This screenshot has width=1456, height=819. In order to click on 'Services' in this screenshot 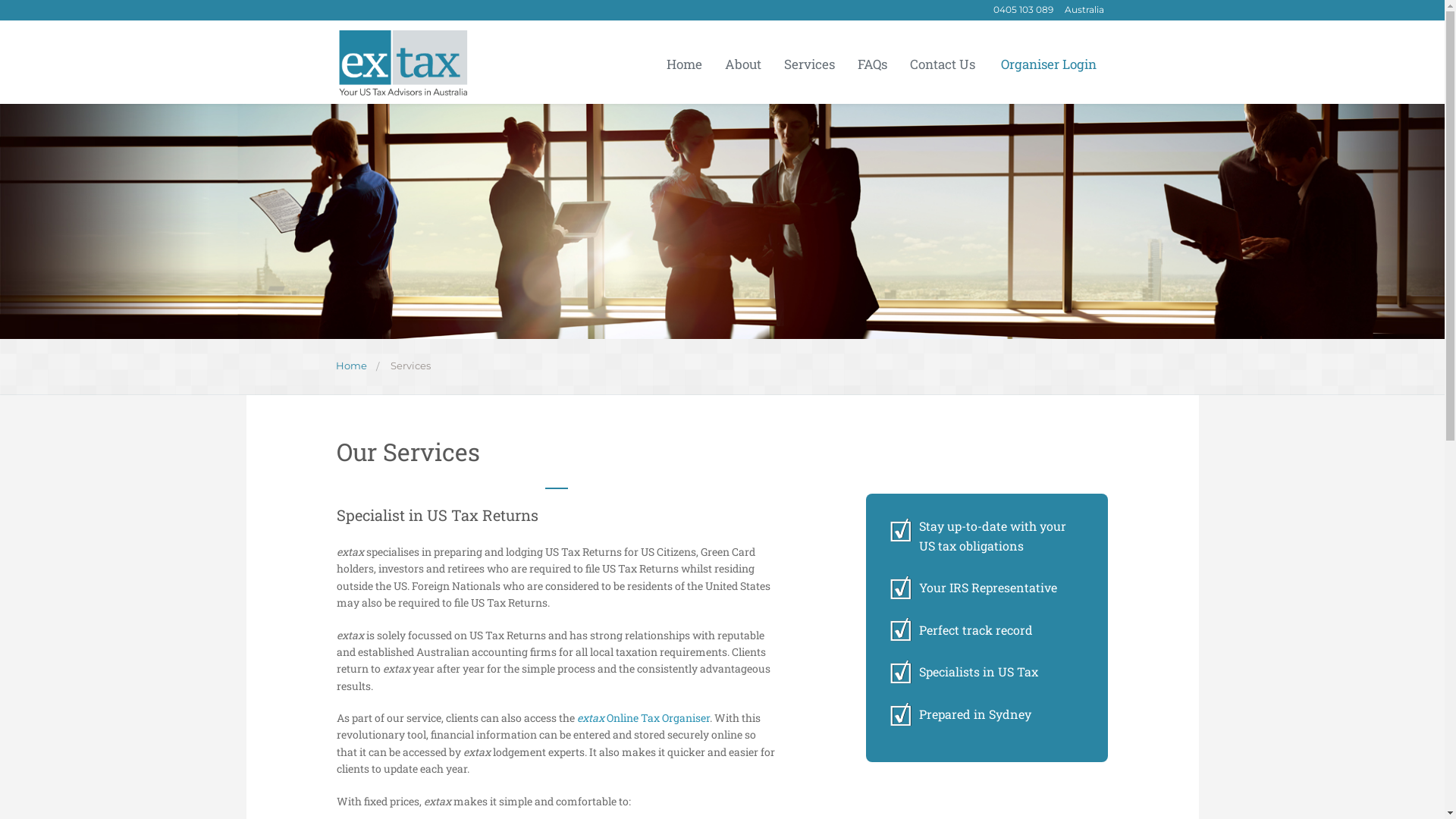, I will do `click(410, 366)`.